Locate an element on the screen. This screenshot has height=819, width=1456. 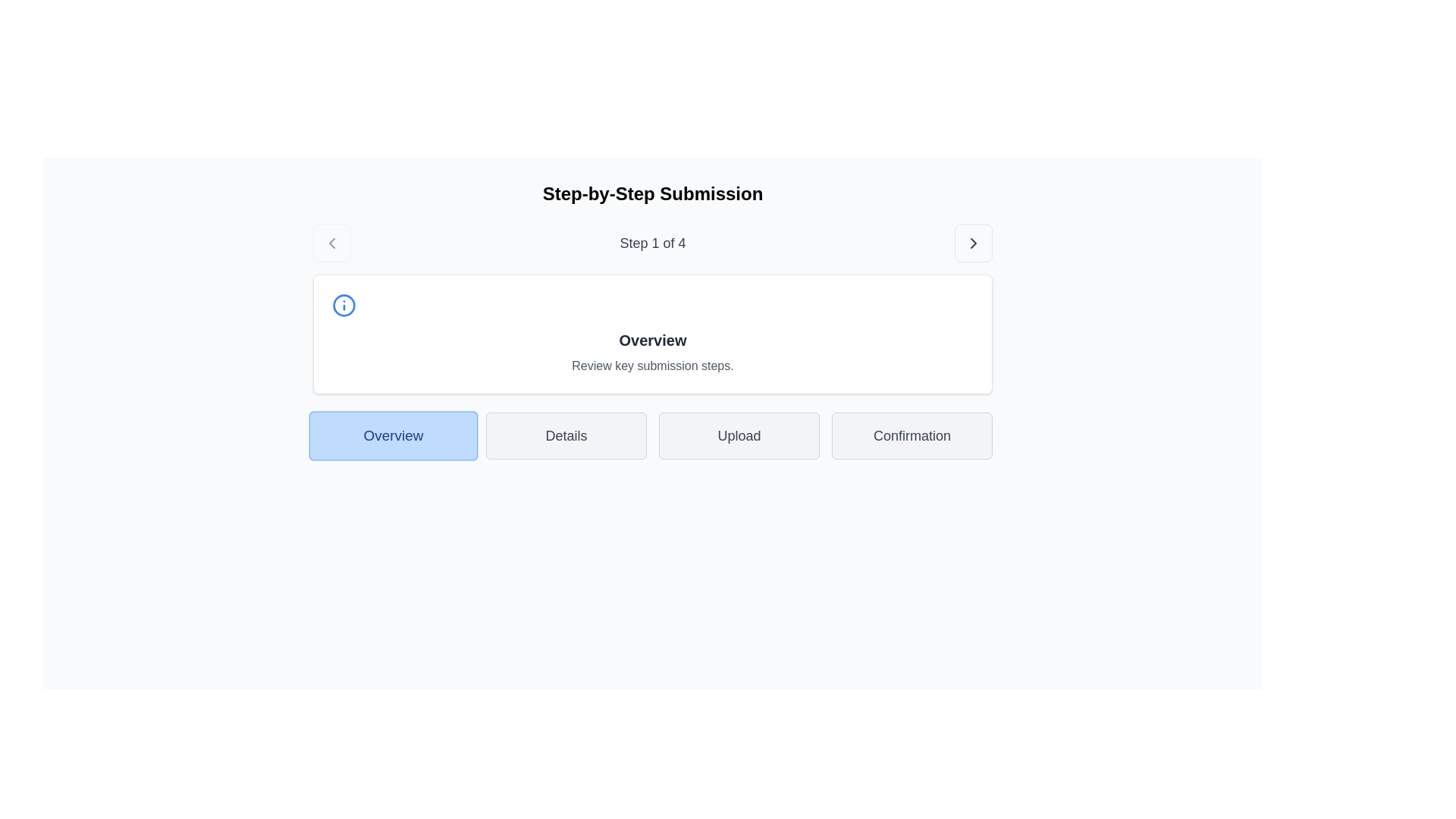
the right-facing chevron icon styled in dark gray located in the button-like area at the top-right corner of the layout is located at coordinates (973, 242).